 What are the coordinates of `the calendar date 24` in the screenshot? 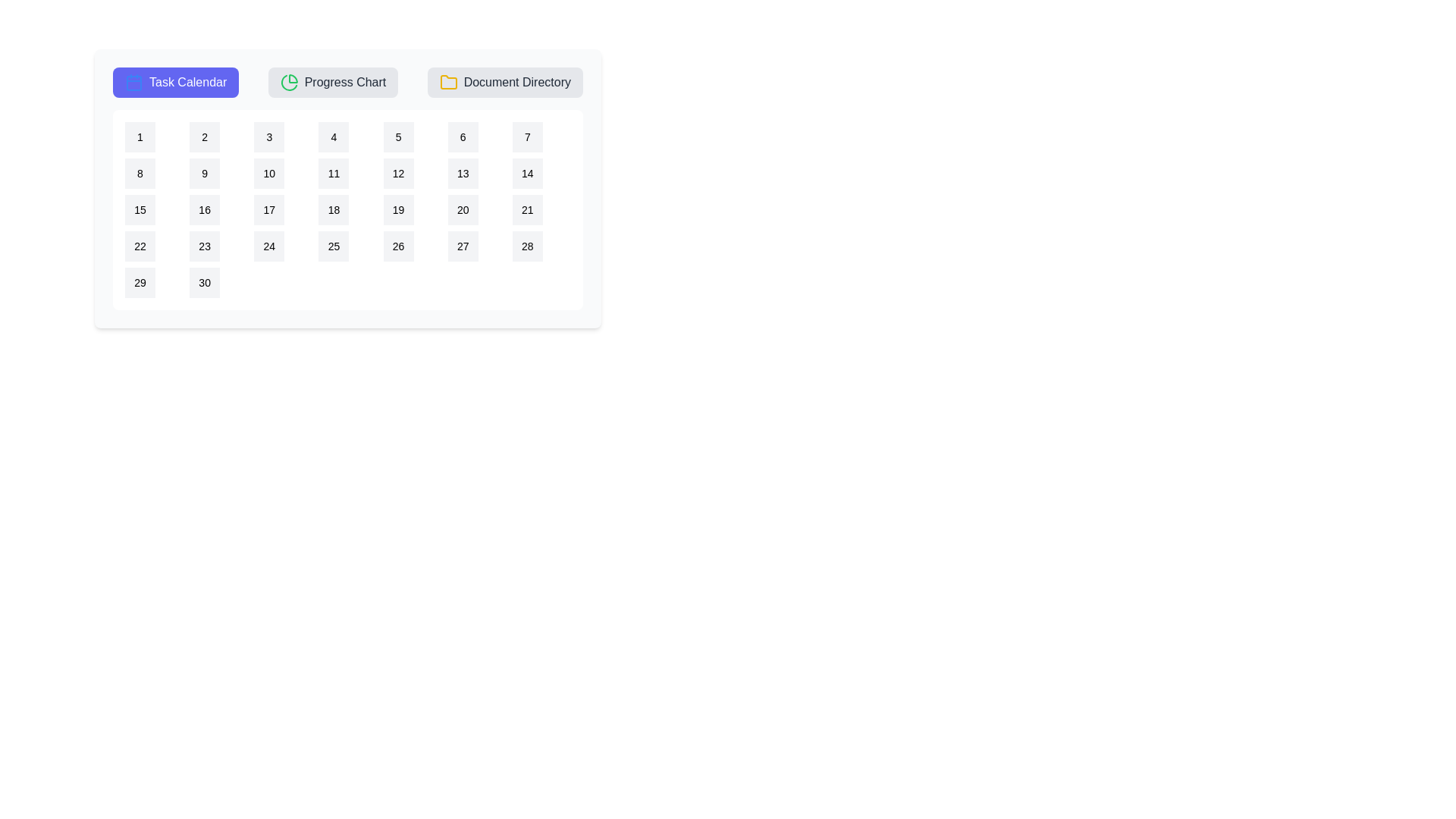 It's located at (269, 245).